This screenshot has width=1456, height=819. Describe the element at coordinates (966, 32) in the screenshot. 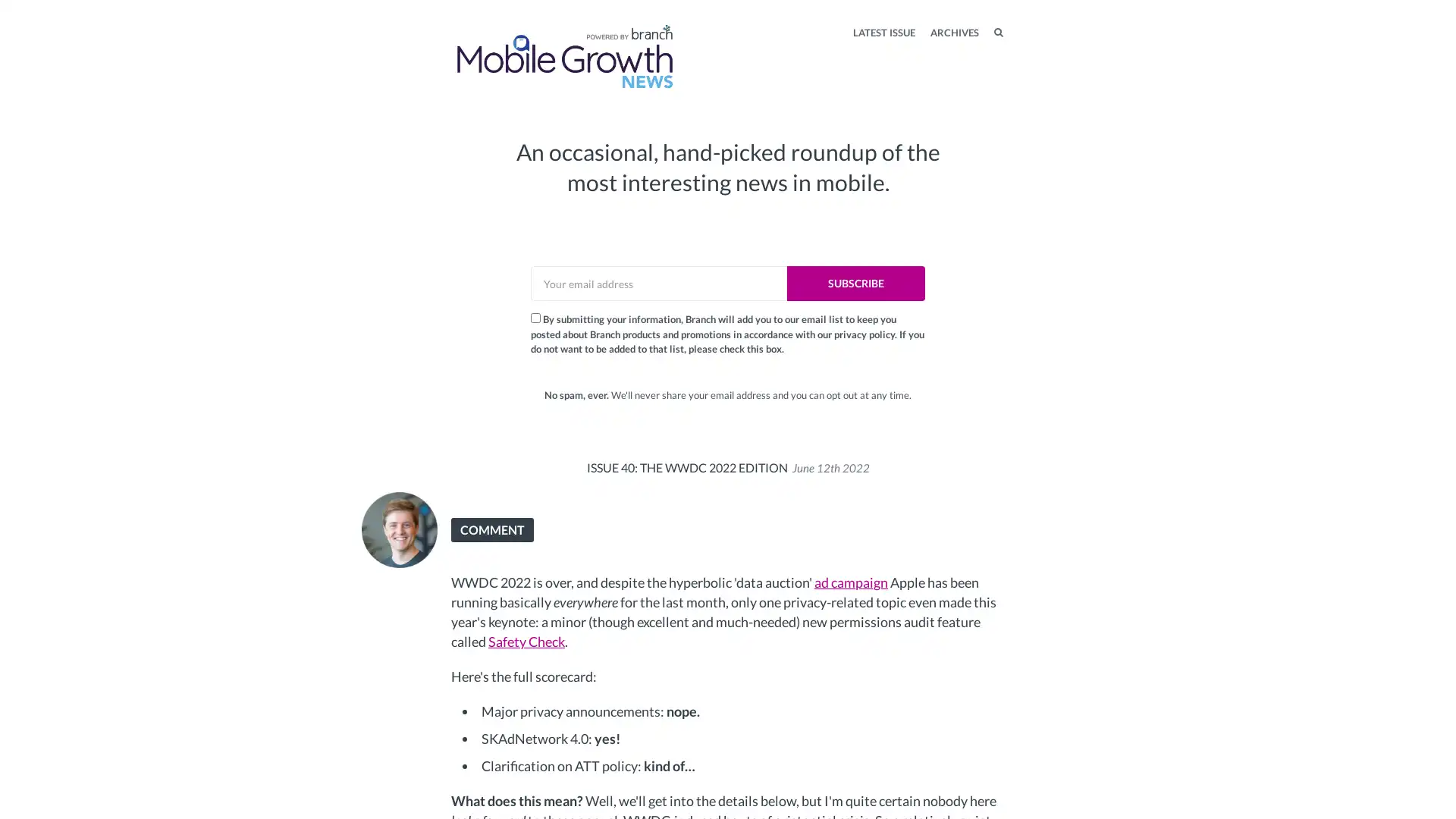

I see `SEARCH` at that location.